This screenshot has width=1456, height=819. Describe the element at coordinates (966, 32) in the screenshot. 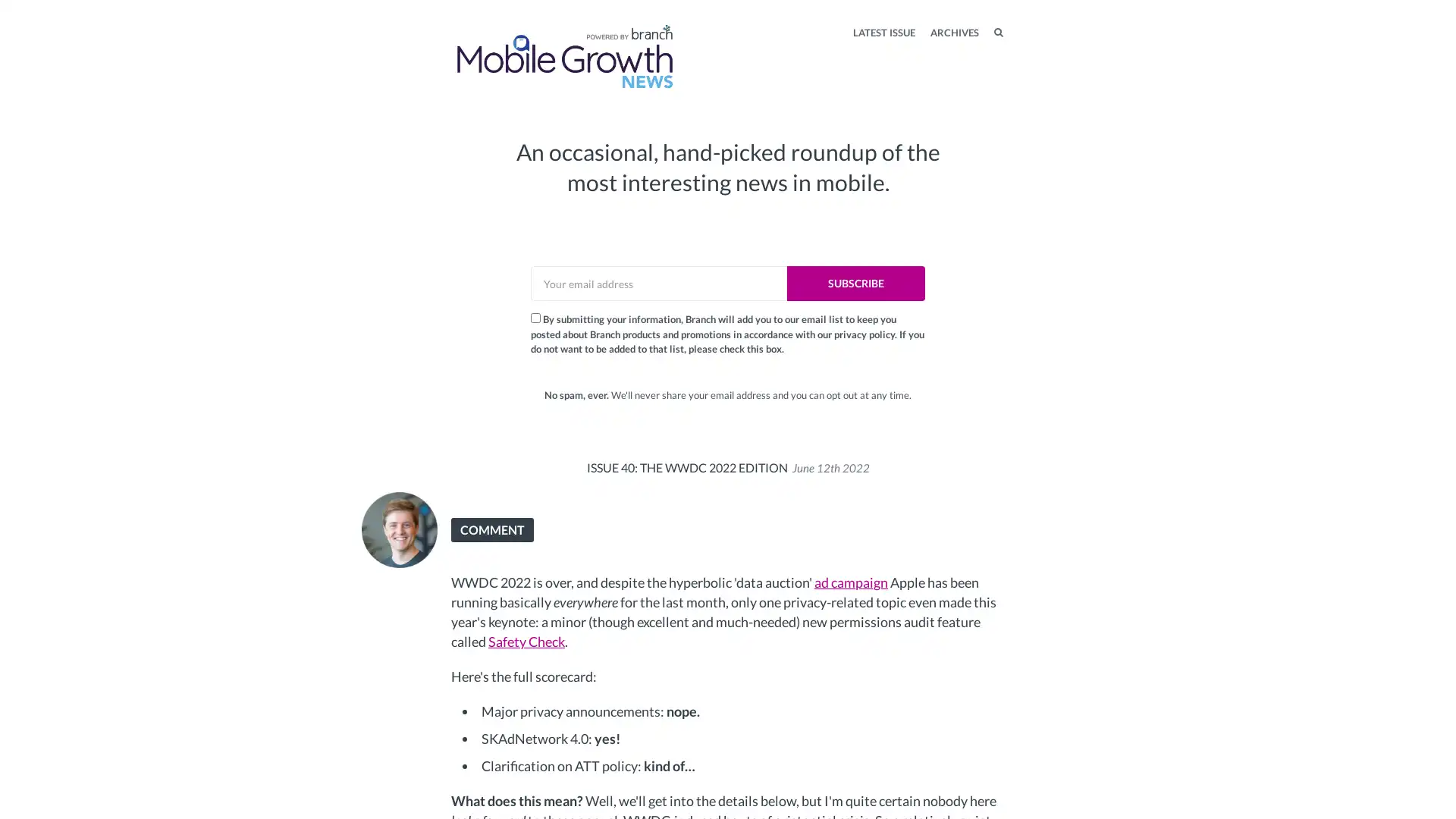

I see `SEARCH` at that location.